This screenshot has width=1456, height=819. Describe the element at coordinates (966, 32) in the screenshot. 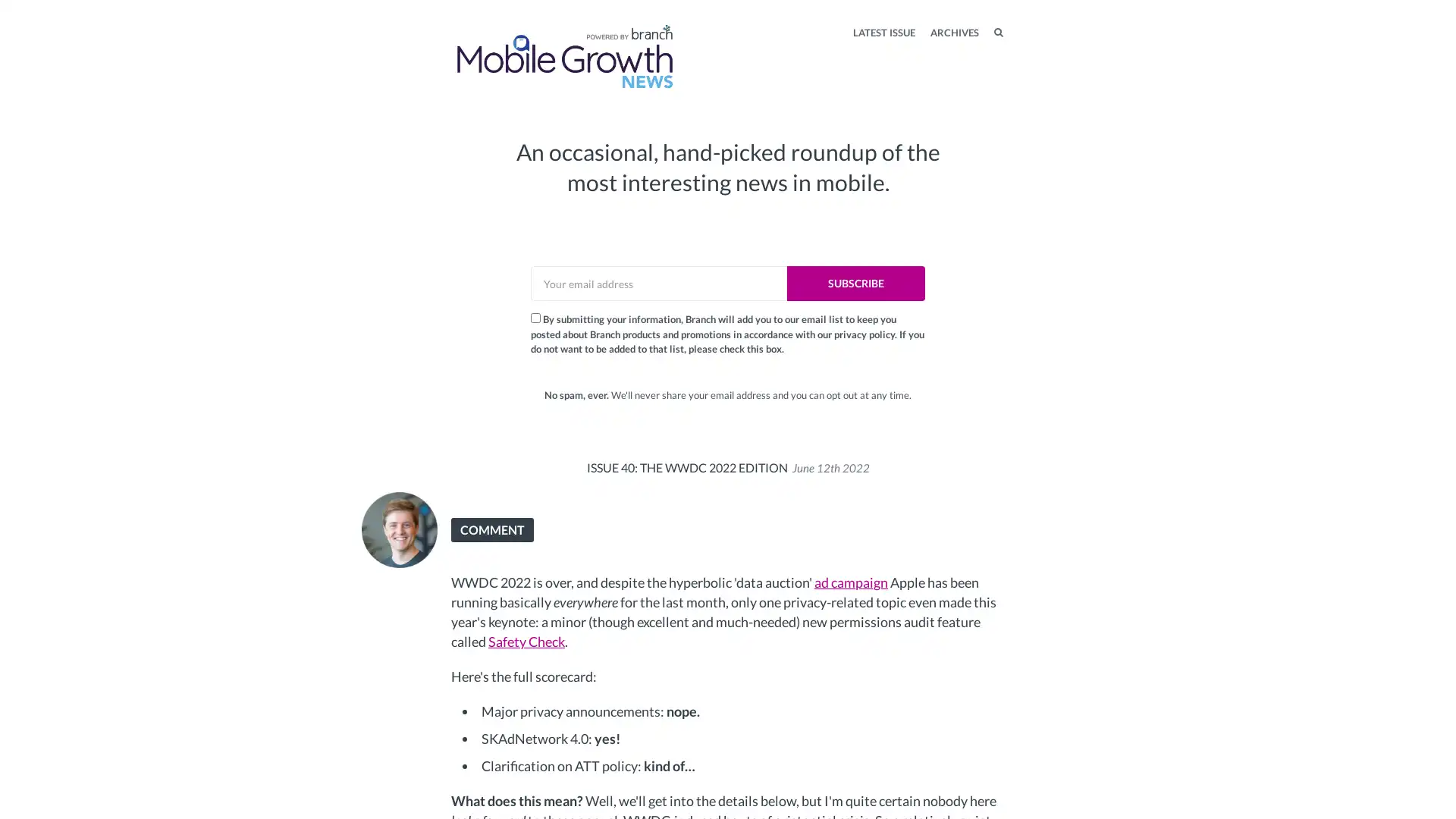

I see `SEARCH` at that location.